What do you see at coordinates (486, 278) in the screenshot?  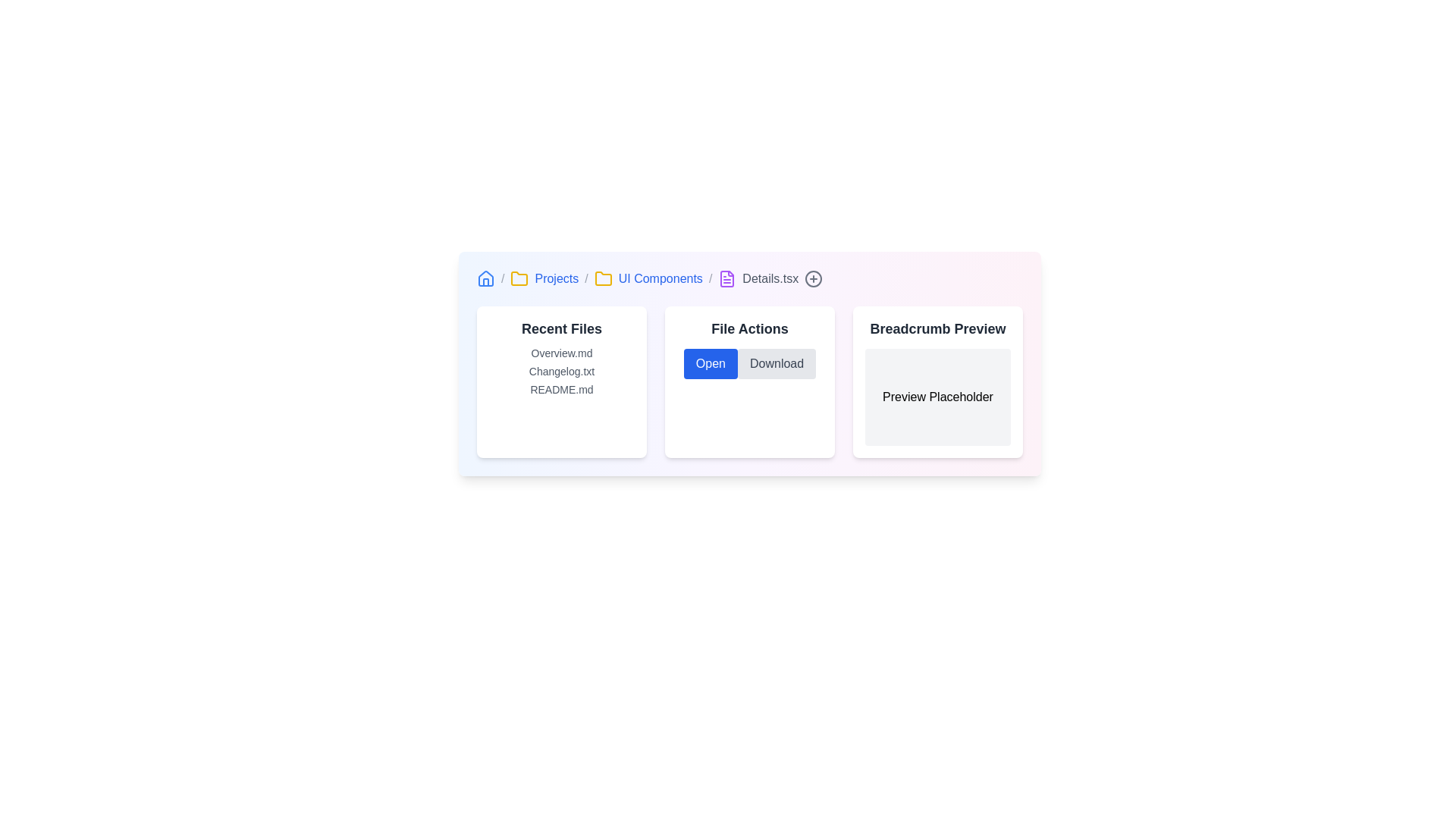 I see `the blue house-like icon in the breadcrumb navigation bar, positioned before the 'Projects' text` at bounding box center [486, 278].